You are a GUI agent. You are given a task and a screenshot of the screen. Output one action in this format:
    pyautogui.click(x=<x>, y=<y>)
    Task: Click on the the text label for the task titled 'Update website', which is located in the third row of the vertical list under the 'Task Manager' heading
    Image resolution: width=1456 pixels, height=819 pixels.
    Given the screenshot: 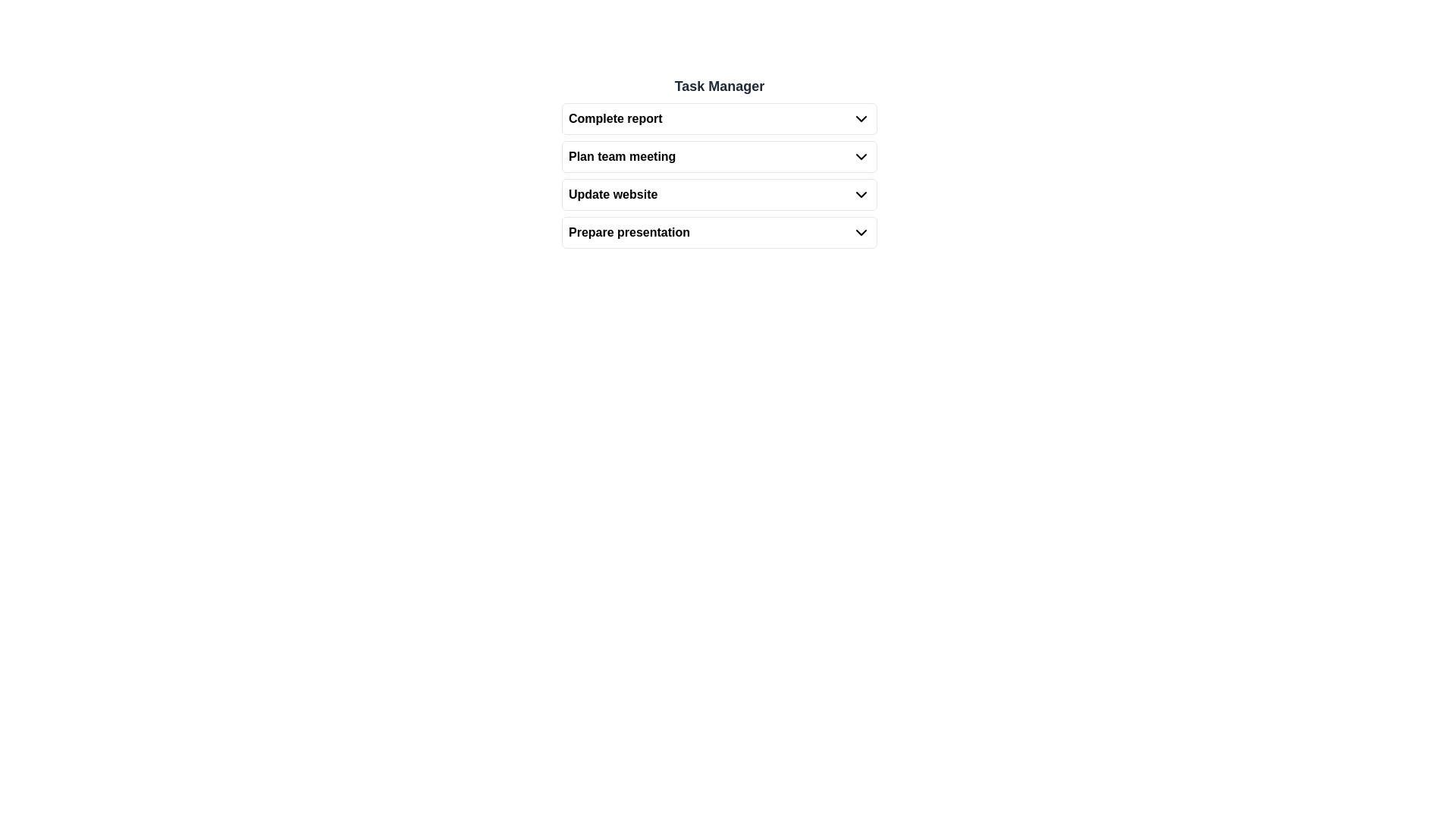 What is the action you would take?
    pyautogui.click(x=613, y=194)
    